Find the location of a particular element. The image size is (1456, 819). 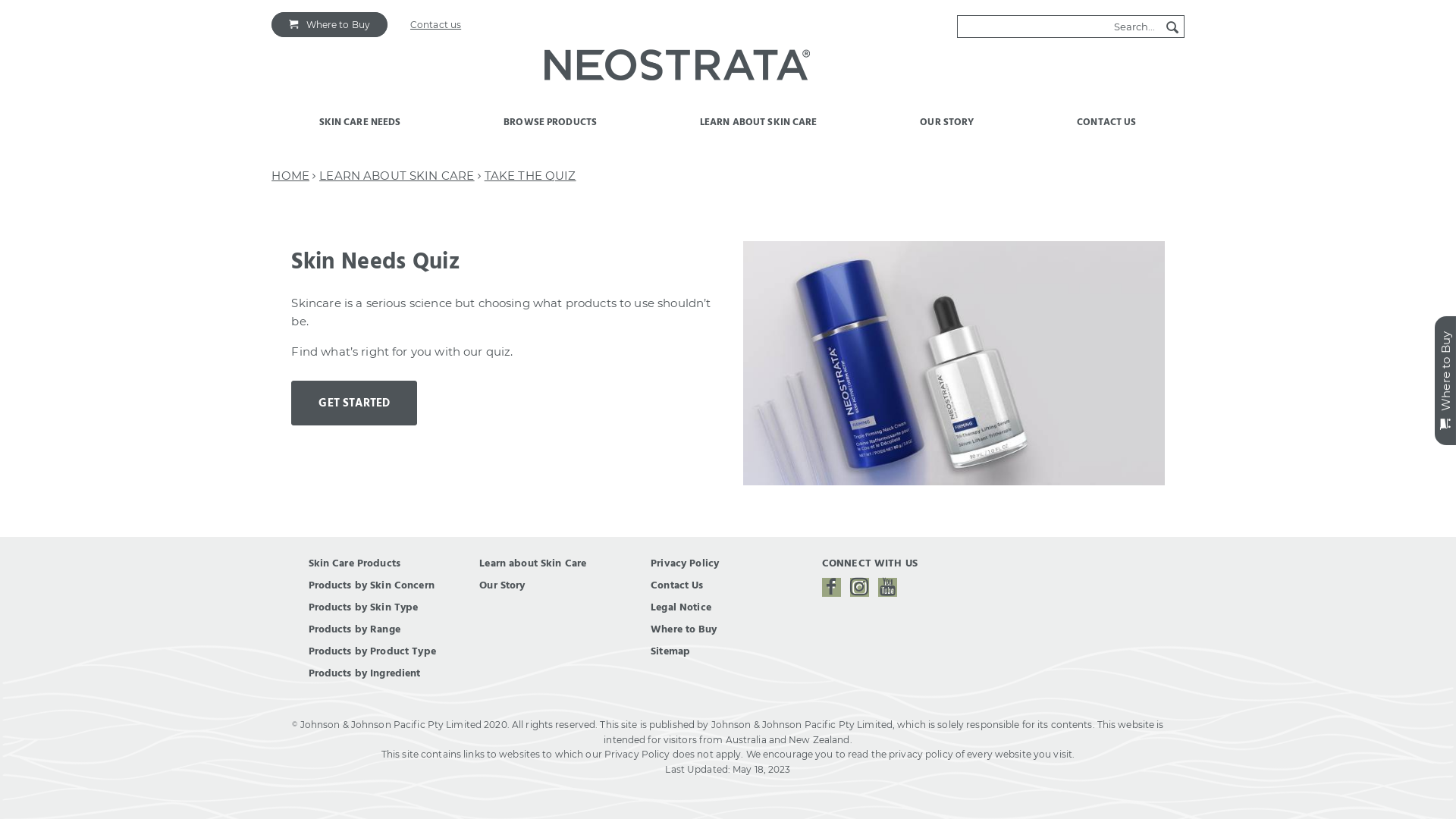

'Enter the terms you wish to search for.' is located at coordinates (1058, 26).